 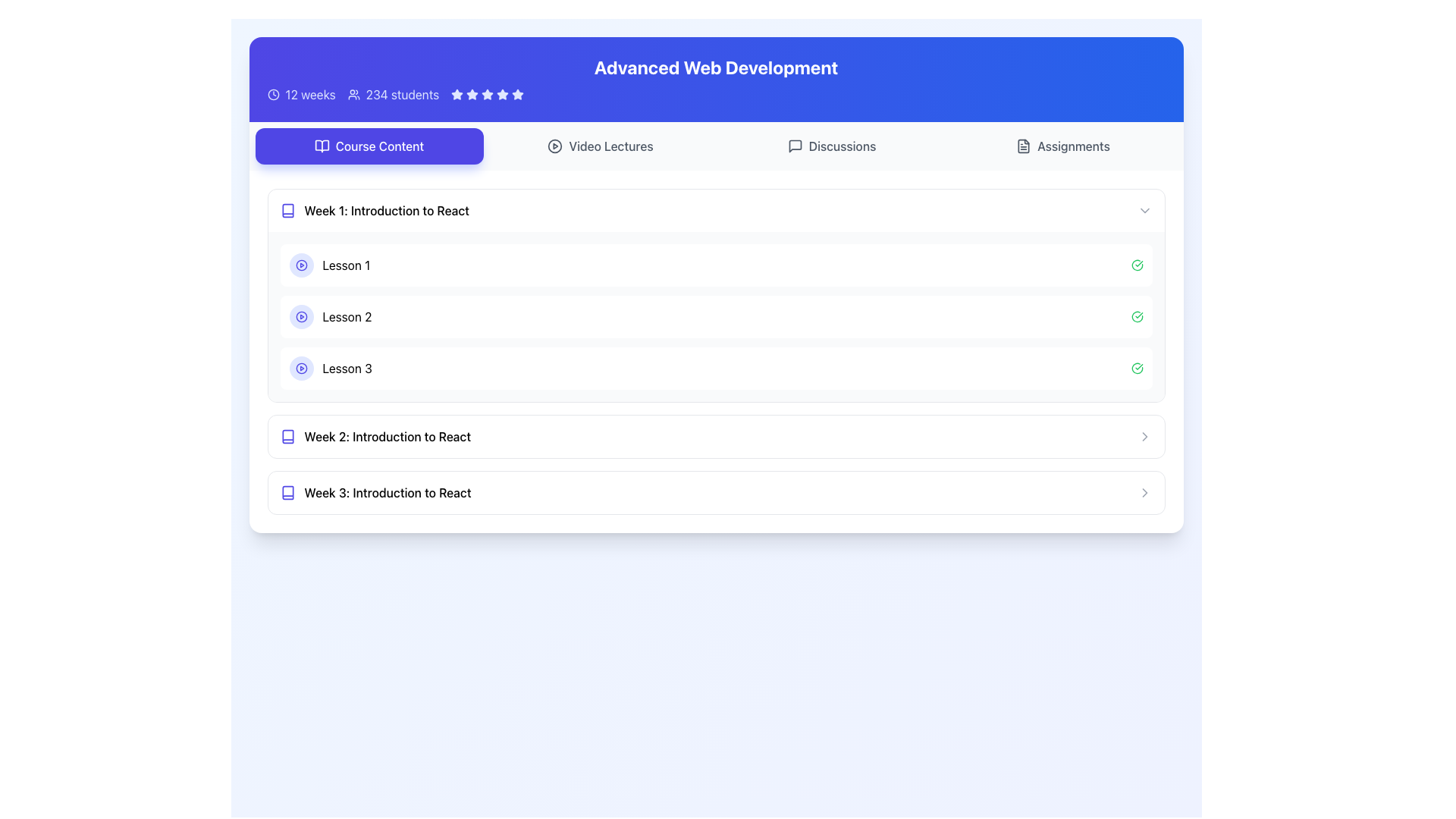 What do you see at coordinates (345, 265) in the screenshot?
I see `the lesson title text label that serves as the heading for the lesson's content in the 'Course Content' section, specifically under 'Week 1: Introduction to React'` at bounding box center [345, 265].